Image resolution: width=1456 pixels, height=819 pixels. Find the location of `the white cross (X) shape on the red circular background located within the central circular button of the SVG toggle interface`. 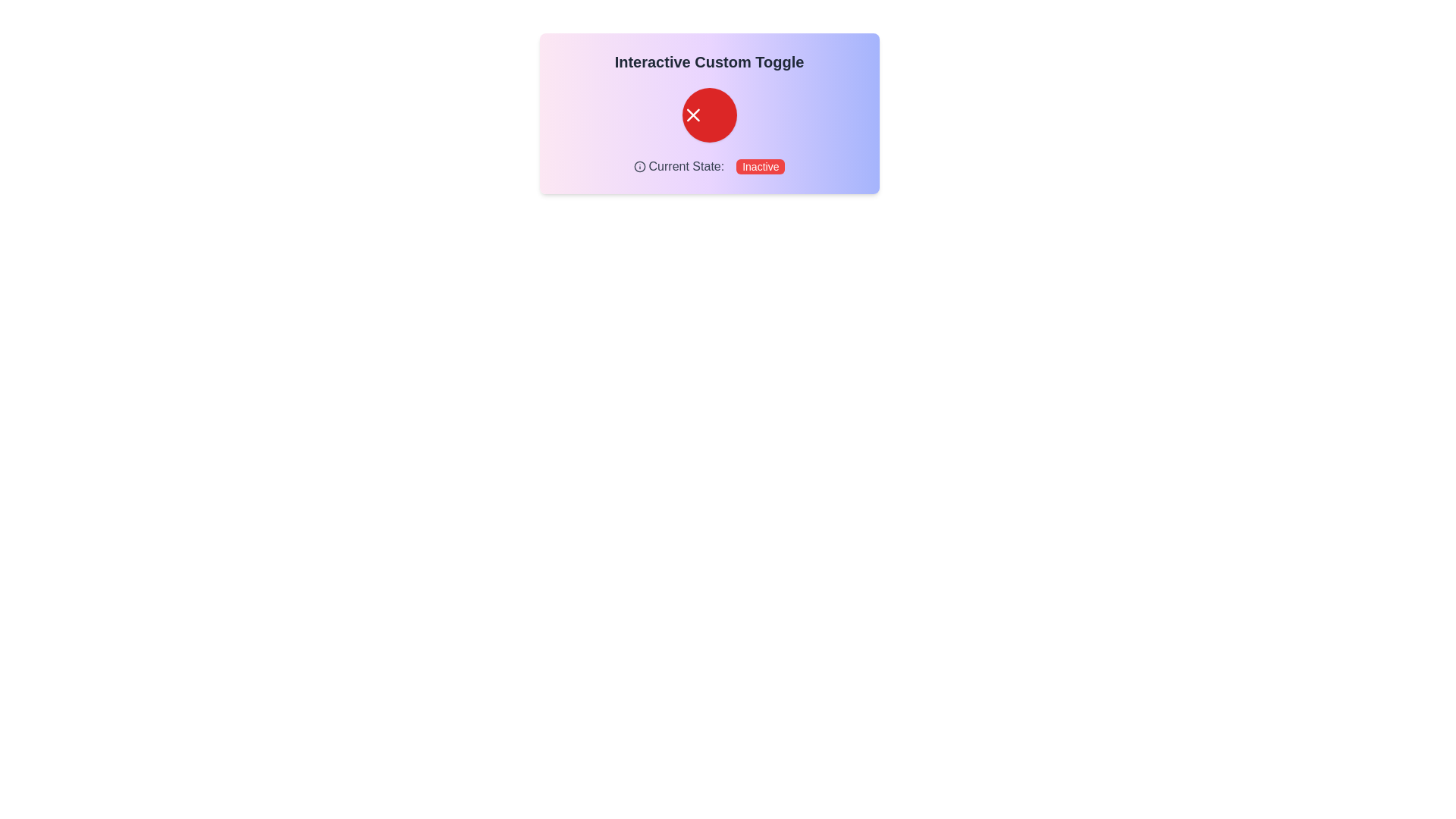

the white cross (X) shape on the red circular background located within the central circular button of the SVG toggle interface is located at coordinates (692, 114).